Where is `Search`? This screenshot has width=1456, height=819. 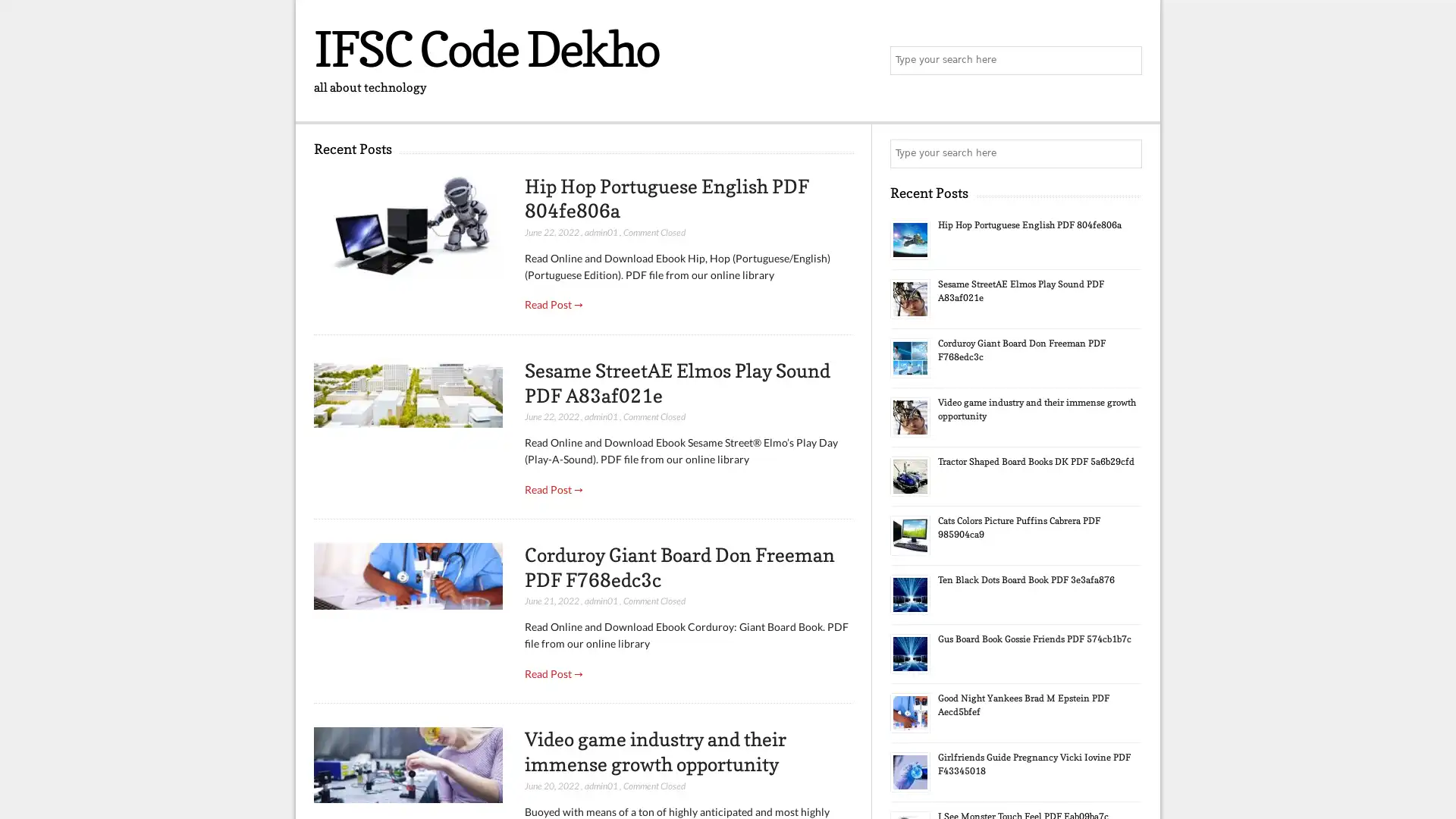 Search is located at coordinates (1126, 61).